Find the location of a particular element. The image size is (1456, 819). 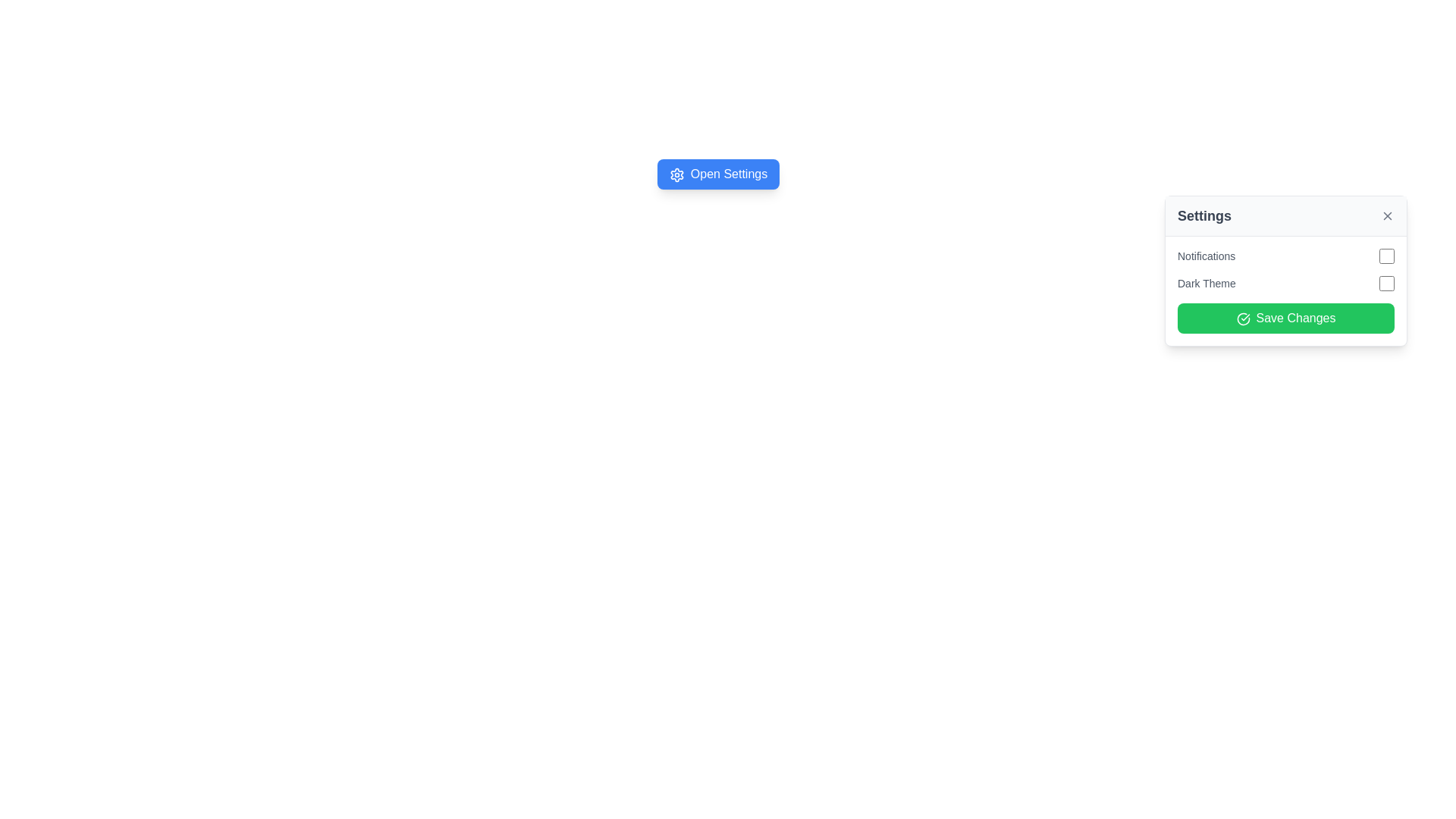

the Group of form controls within the settings section is located at coordinates (1285, 291).